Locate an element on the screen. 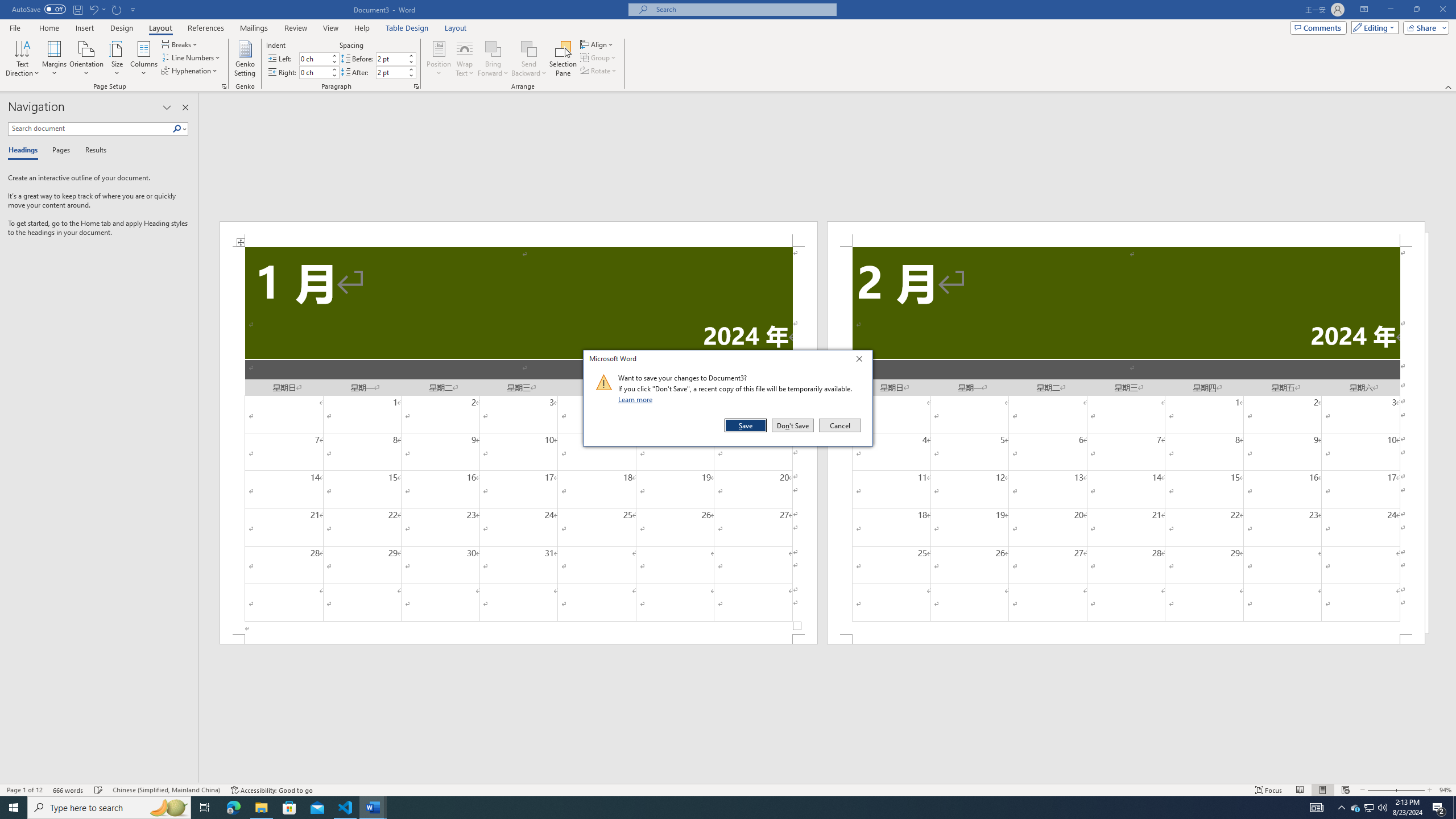  'View' is located at coordinates (331, 28).